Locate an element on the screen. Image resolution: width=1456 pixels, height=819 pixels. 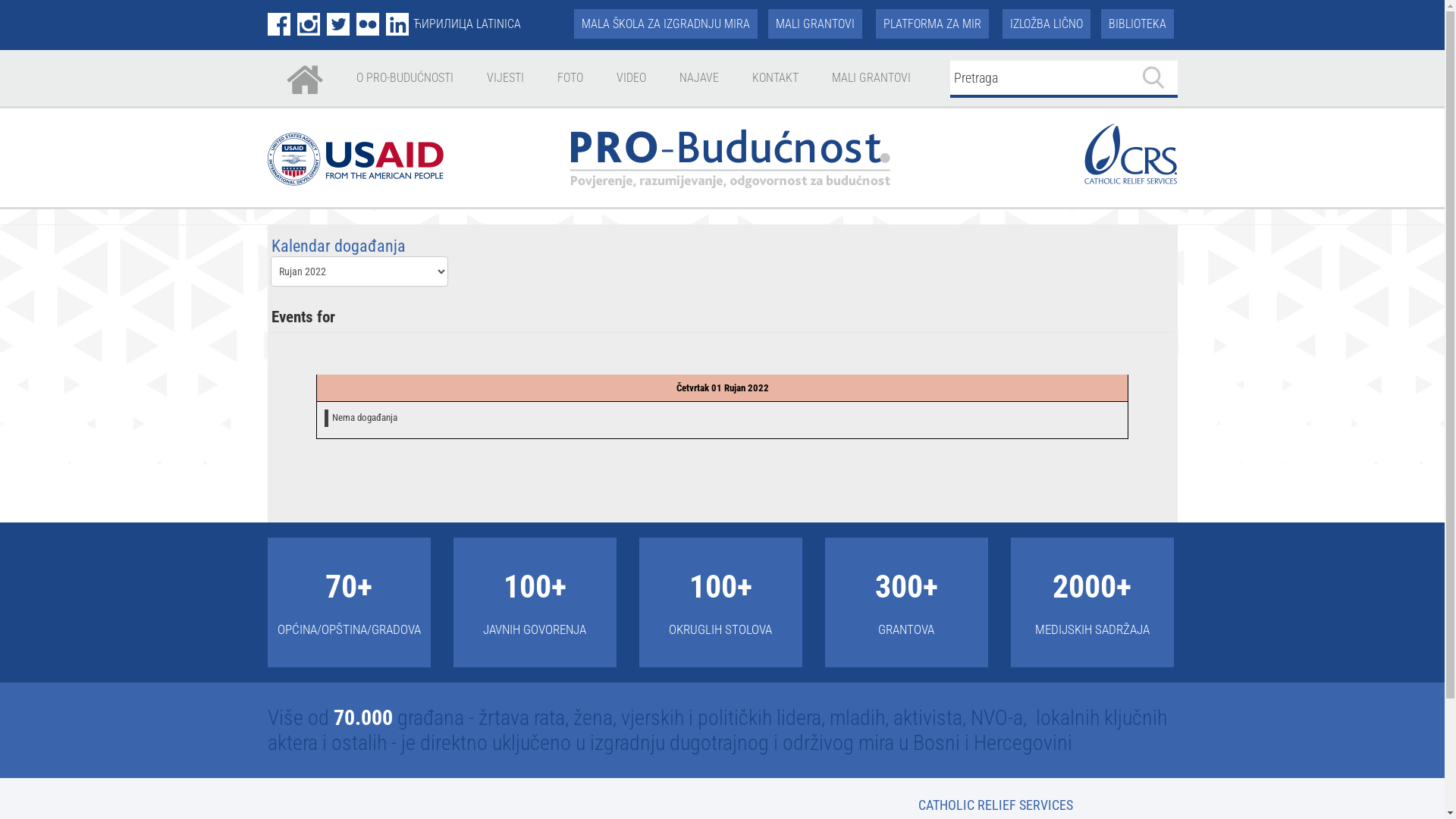
'NAJAVE' is located at coordinates (698, 78).